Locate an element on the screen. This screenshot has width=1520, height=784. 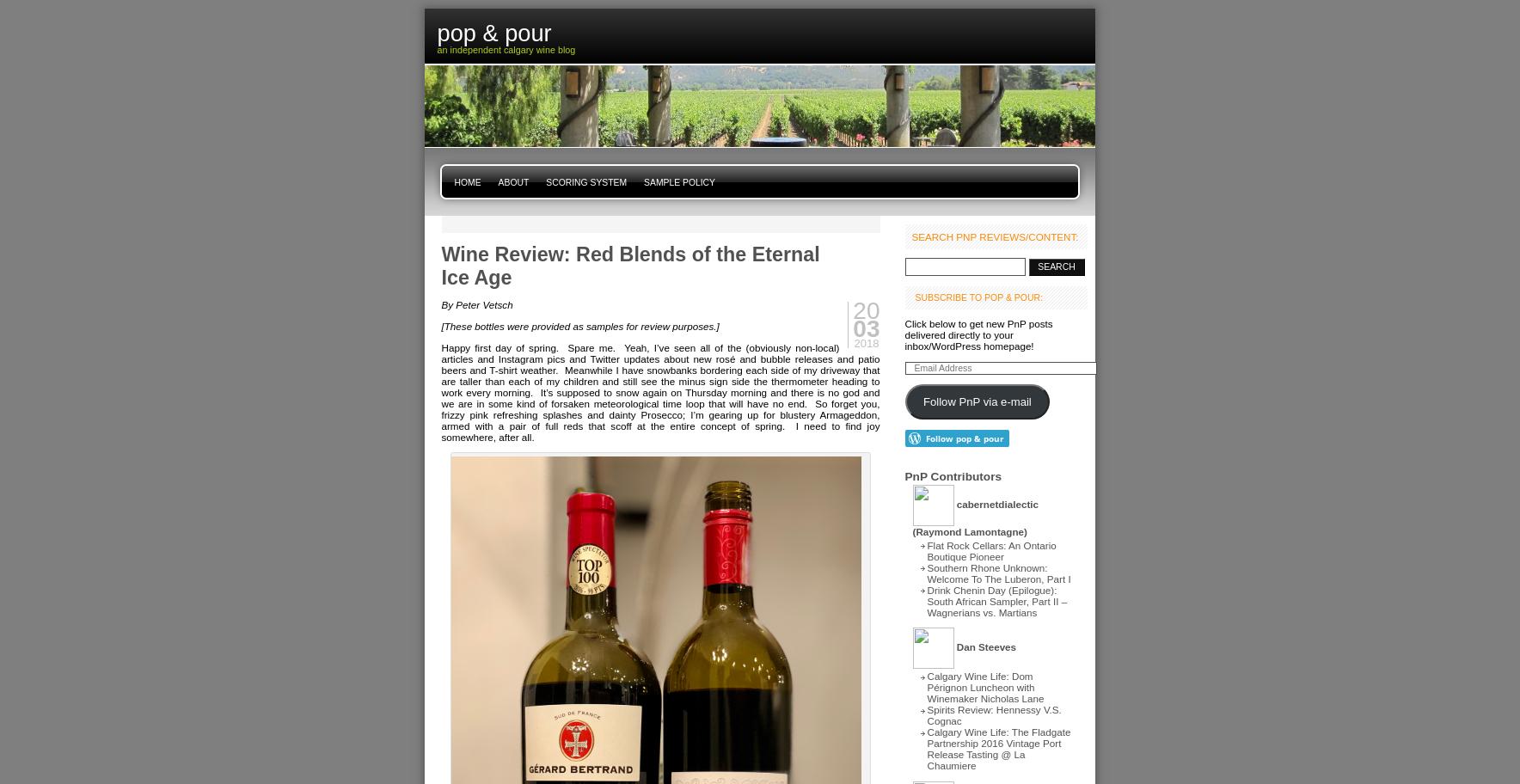
'03' is located at coordinates (865, 328).